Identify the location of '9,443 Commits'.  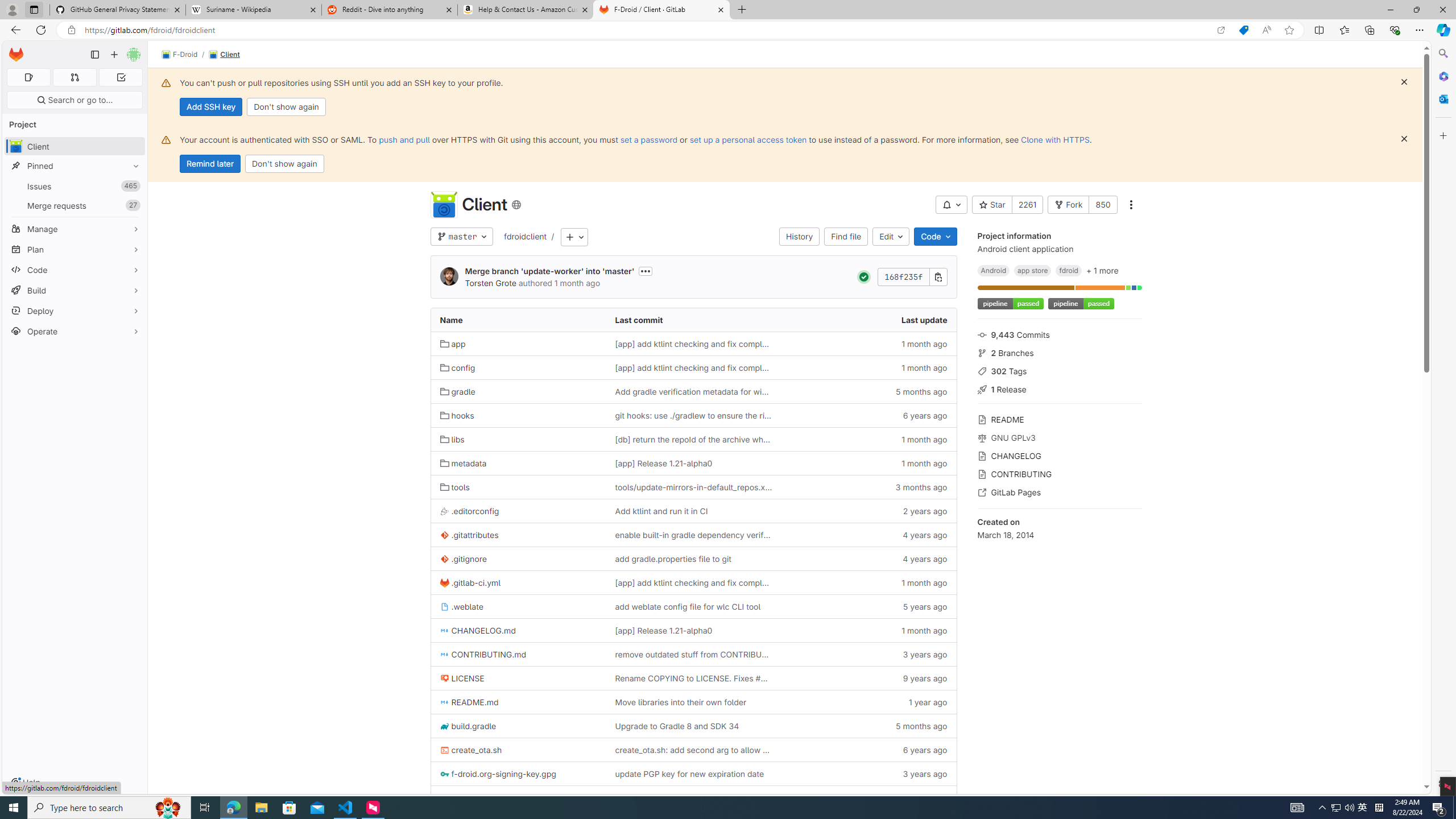
(1059, 333).